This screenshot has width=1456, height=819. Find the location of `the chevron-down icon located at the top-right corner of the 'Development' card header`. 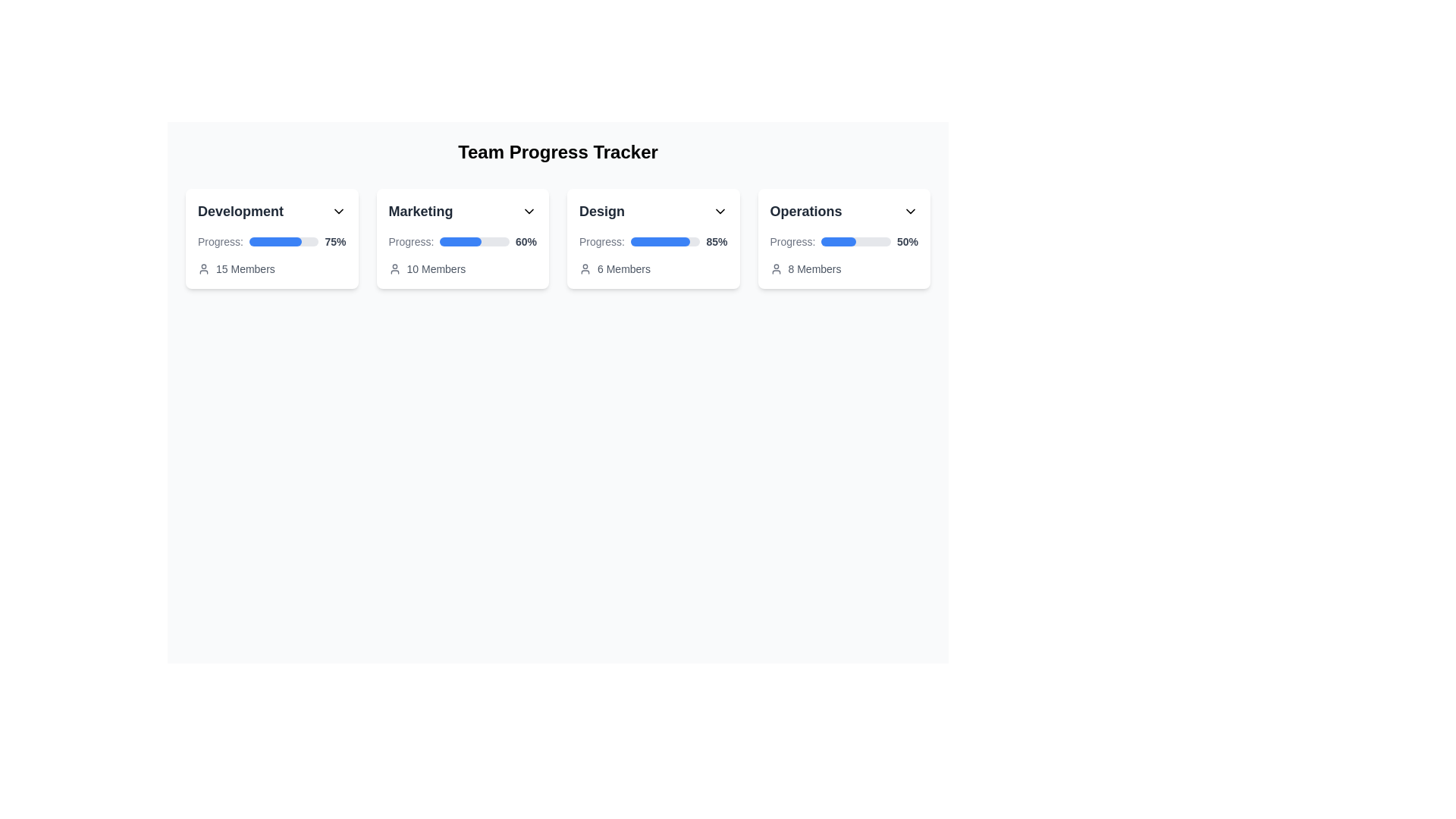

the chevron-down icon located at the top-right corner of the 'Development' card header is located at coordinates (337, 211).